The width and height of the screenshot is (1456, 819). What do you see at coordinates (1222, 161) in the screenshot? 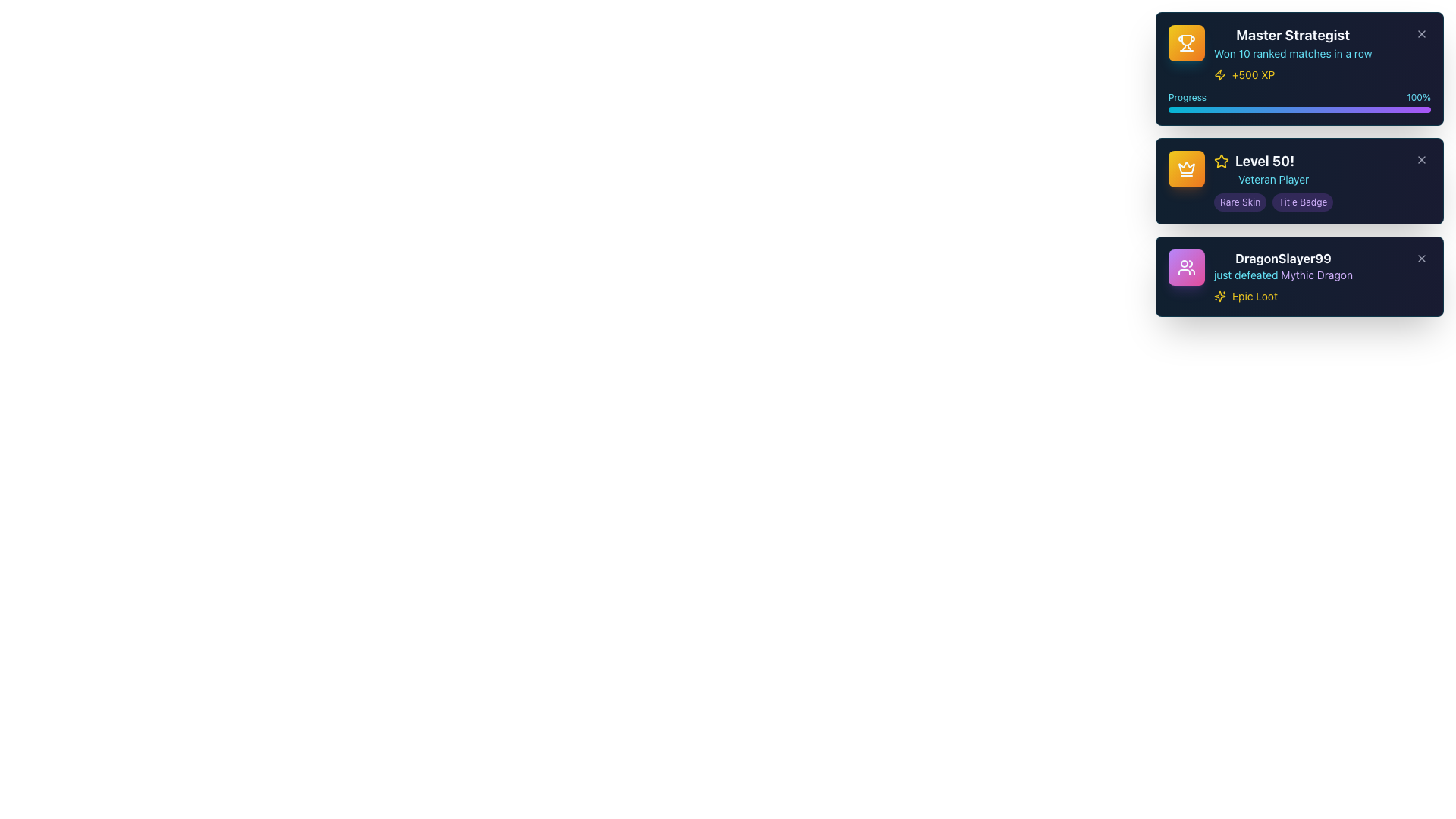
I see `the star-shaped icon with a yellow outline located to the left of the 'Level 50!' text` at bounding box center [1222, 161].